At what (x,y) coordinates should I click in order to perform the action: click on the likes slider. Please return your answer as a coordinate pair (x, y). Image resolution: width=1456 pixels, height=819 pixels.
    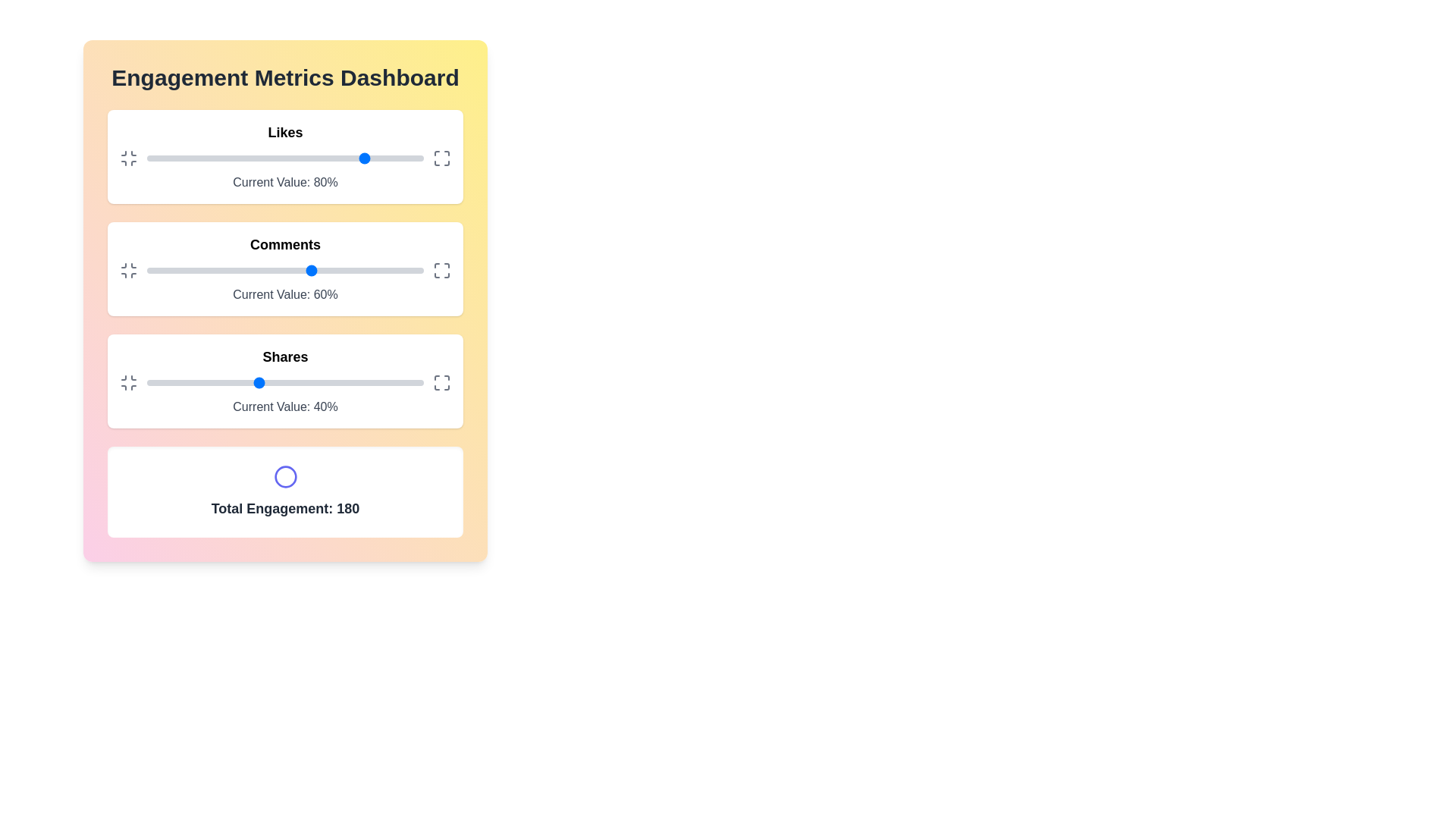
    Looking at the image, I should click on (146, 158).